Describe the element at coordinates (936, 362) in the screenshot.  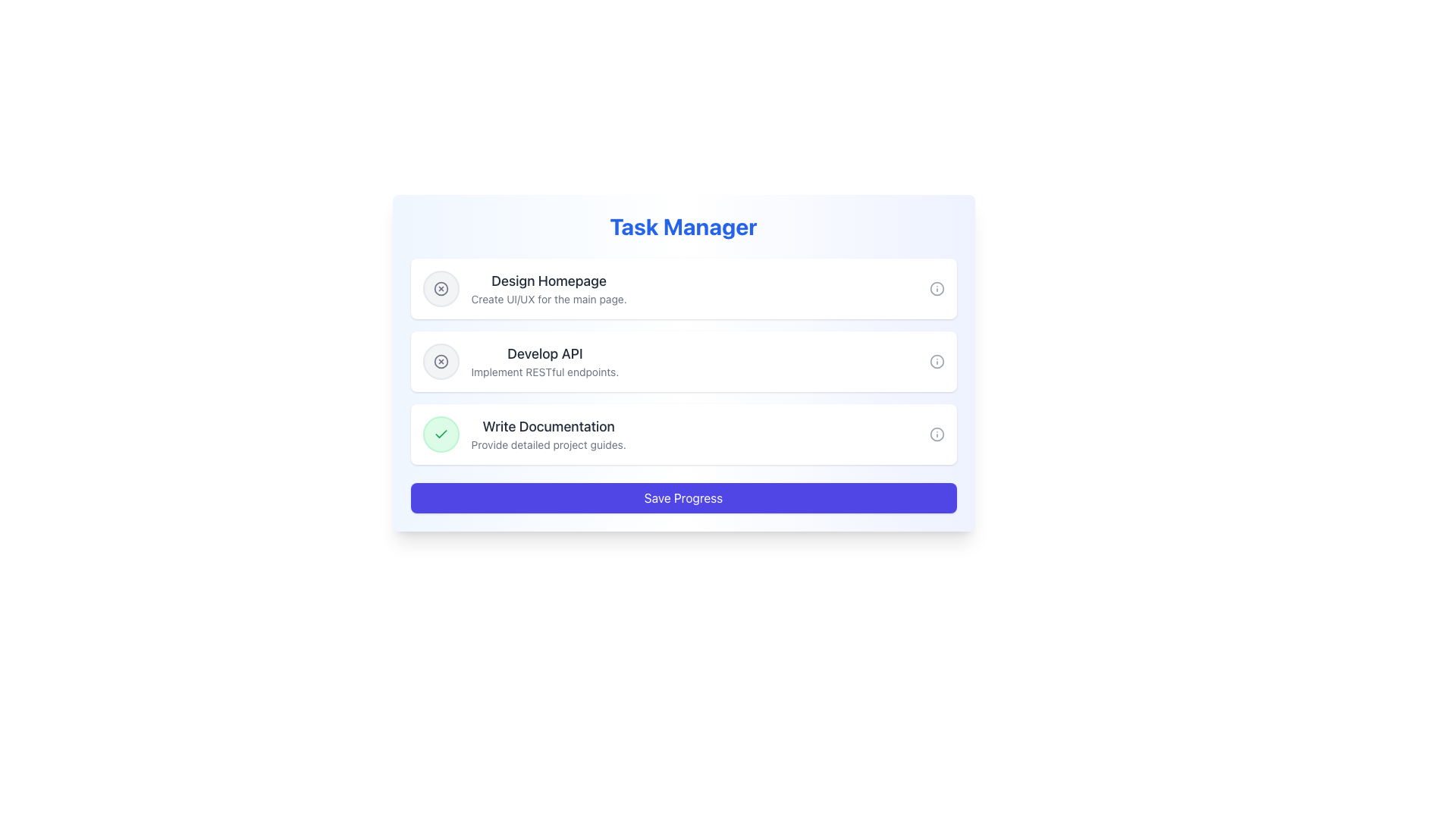
I see `the circular visual decoration with a gray stroke and transparent fill located at the center of the information icon adjacent to the 'Develop API' task description` at that location.